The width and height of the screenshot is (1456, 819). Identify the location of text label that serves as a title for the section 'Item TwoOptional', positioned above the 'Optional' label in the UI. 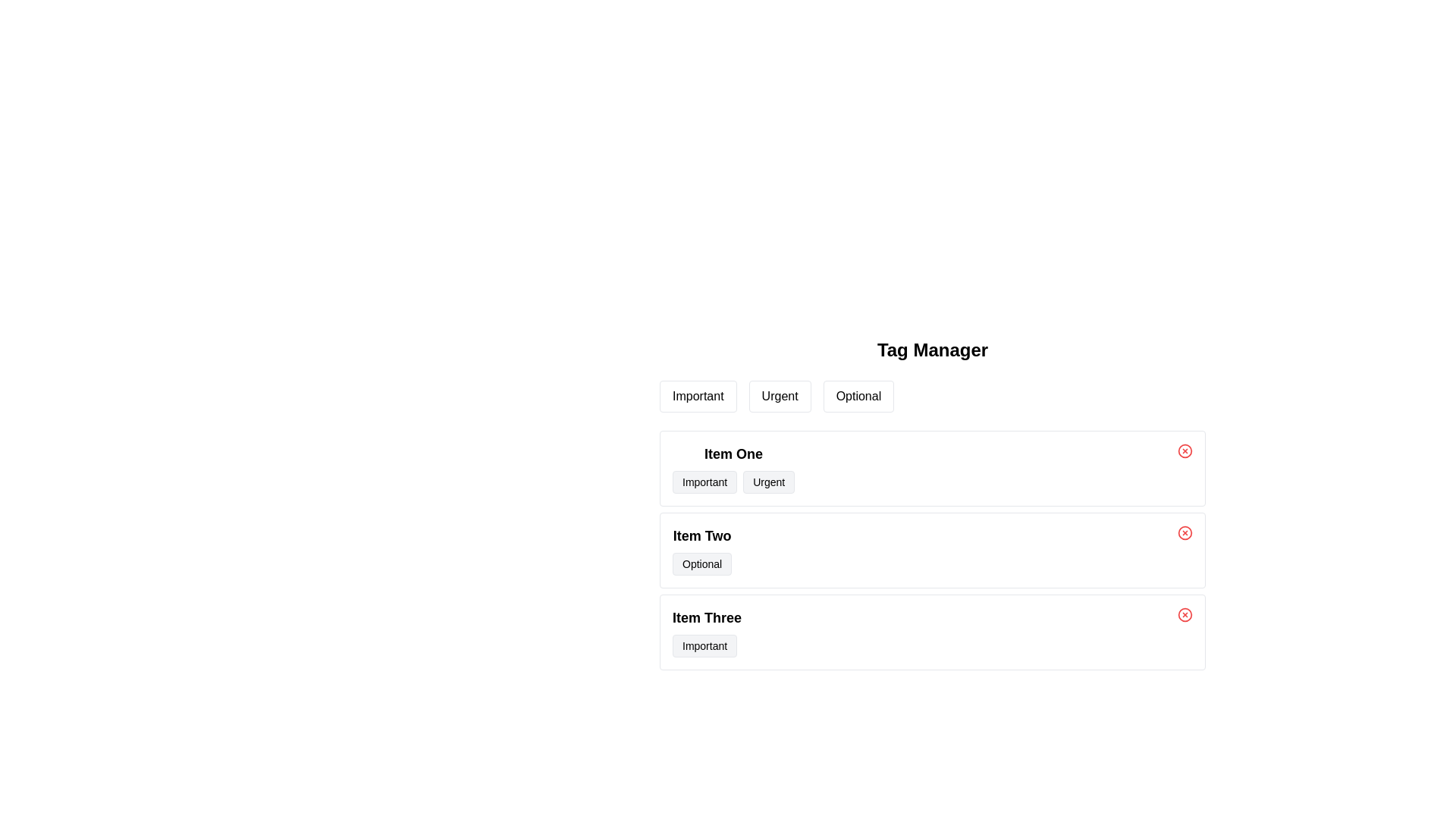
(701, 535).